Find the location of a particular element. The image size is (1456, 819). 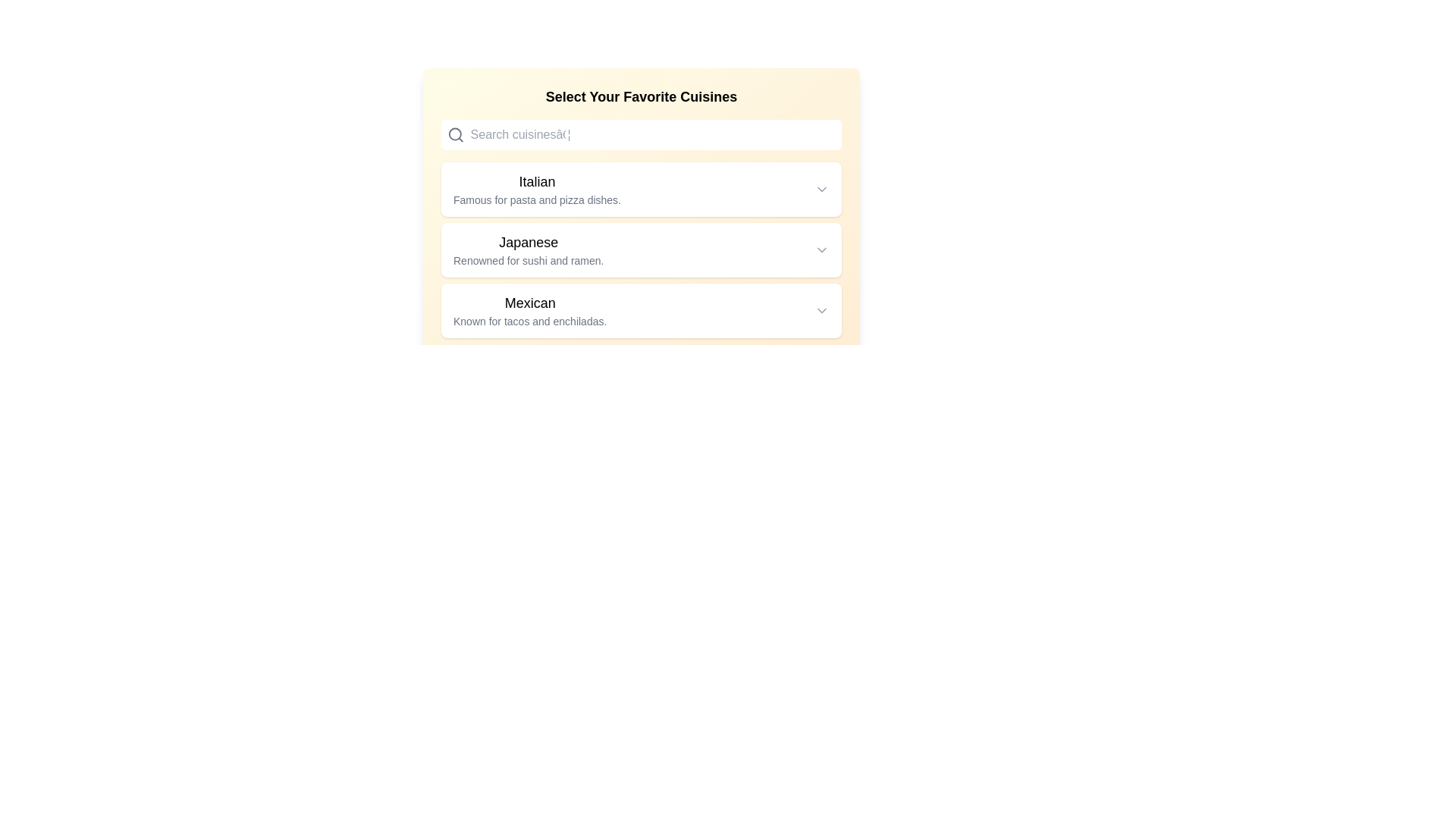

the second option in the list of selectable cards for 'Japanese' cuisine to focus on it is located at coordinates (641, 249).